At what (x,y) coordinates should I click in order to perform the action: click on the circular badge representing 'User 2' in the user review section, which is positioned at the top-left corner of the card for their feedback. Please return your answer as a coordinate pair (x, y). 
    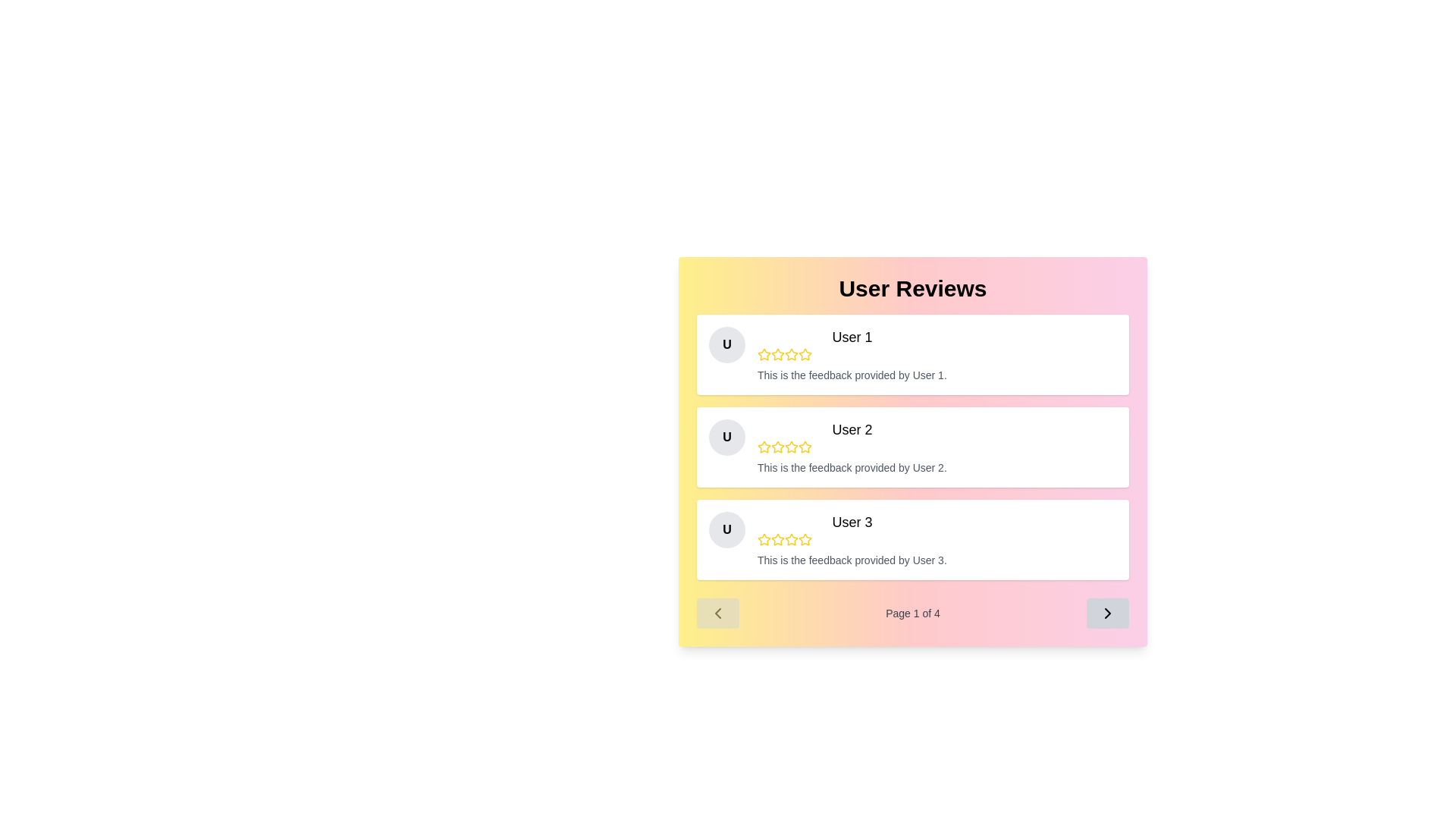
    Looking at the image, I should click on (726, 438).